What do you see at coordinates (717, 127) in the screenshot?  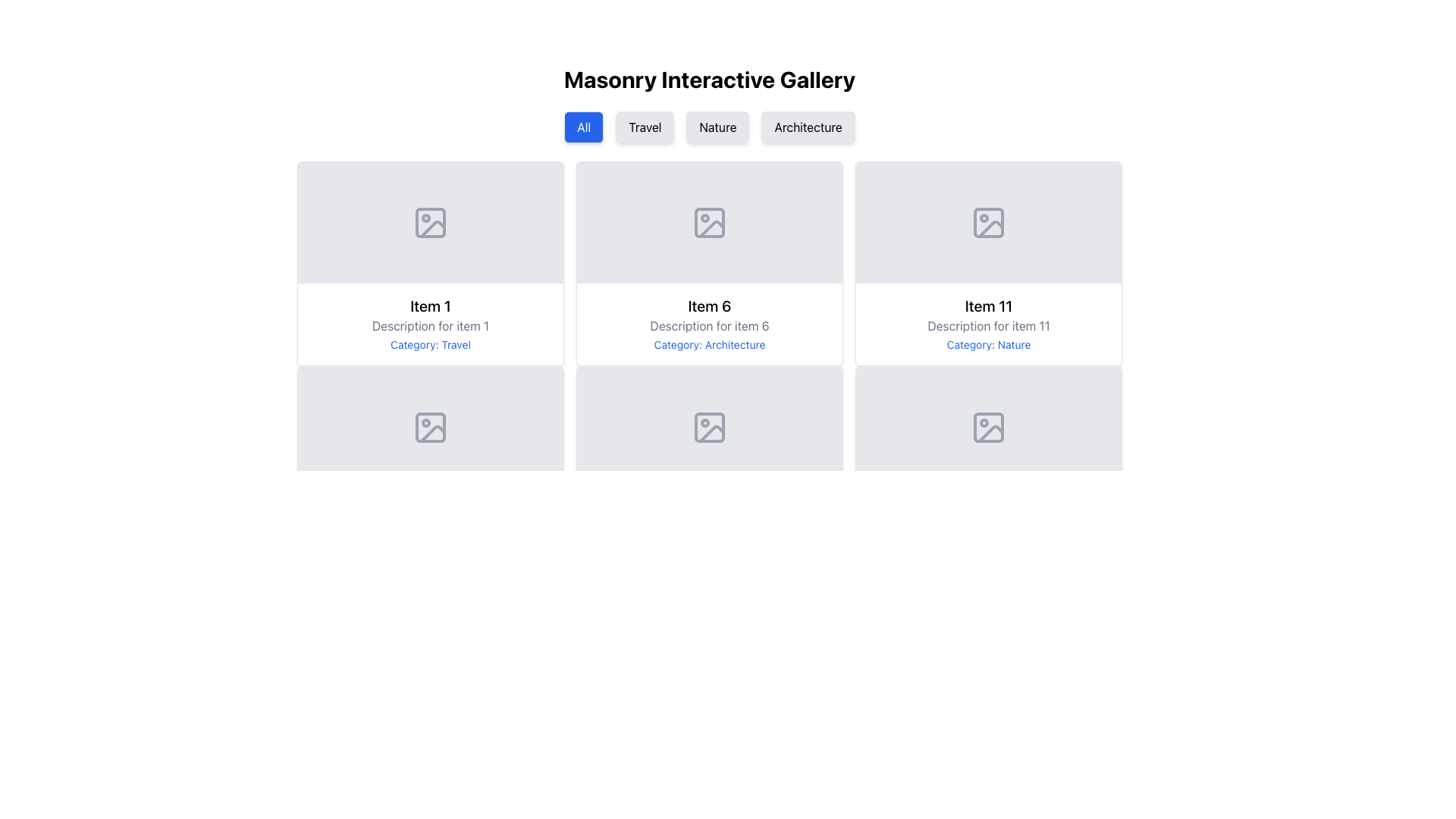 I see `the rectangular button with rounded corners and the text 'Nature'` at bounding box center [717, 127].